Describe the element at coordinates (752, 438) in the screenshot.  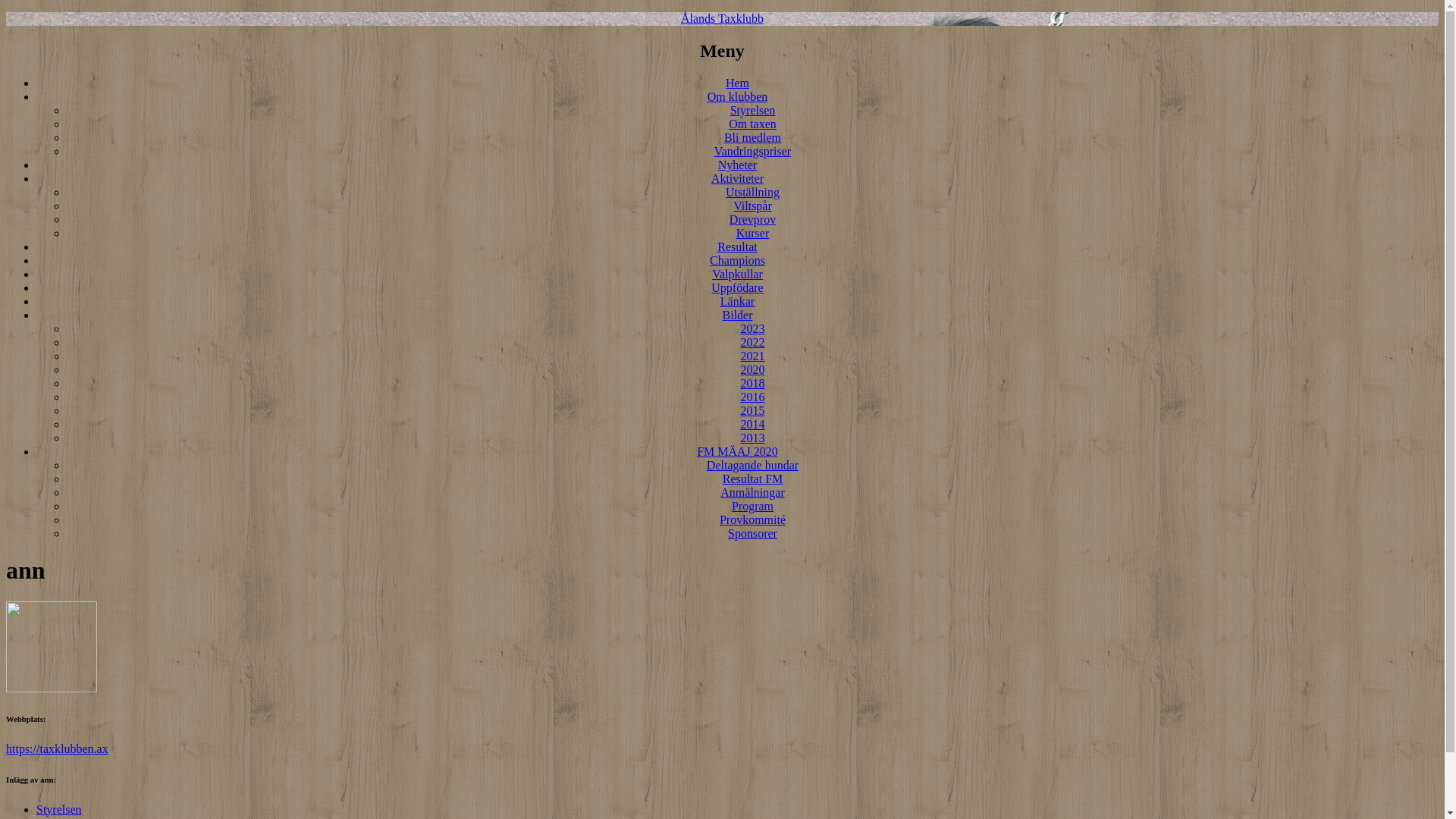
I see `'2013'` at that location.